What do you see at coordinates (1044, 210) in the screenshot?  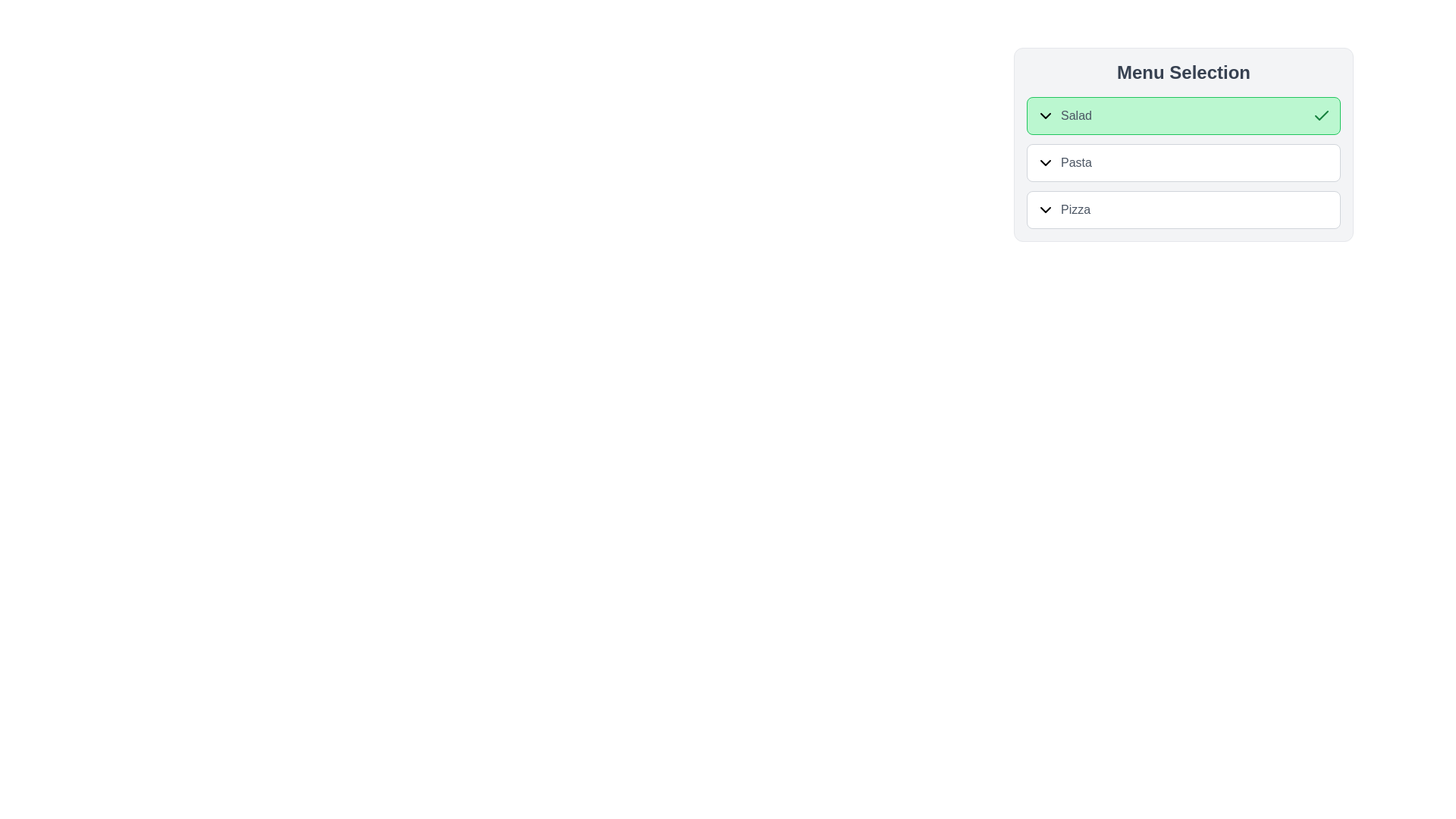 I see `the downward-pointing chevron icon located to the left of the 'Pizza' text in the 'Menu Selection' dropdown` at bounding box center [1044, 210].